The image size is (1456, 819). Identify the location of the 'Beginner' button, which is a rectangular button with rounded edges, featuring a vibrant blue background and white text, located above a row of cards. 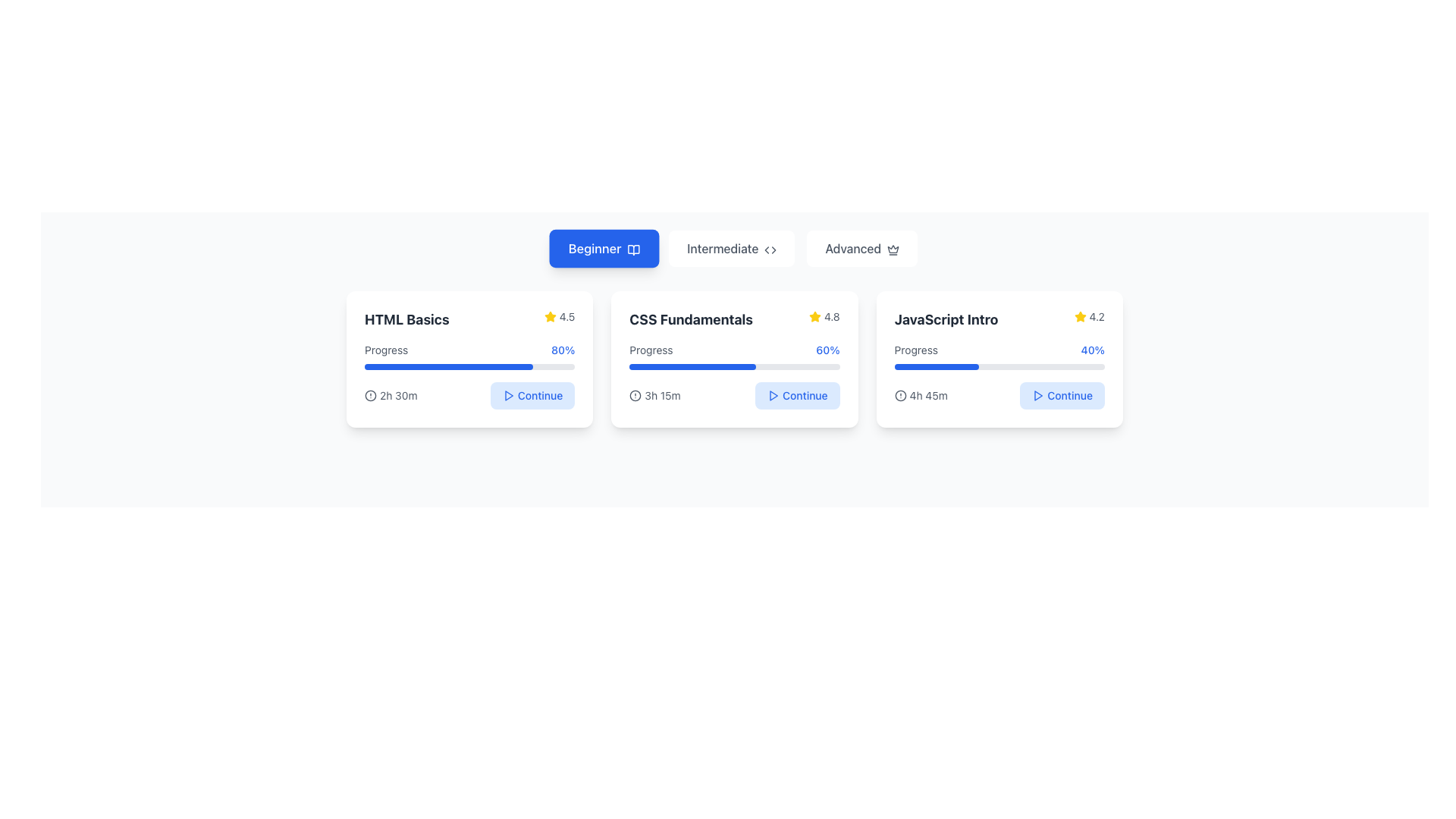
(603, 247).